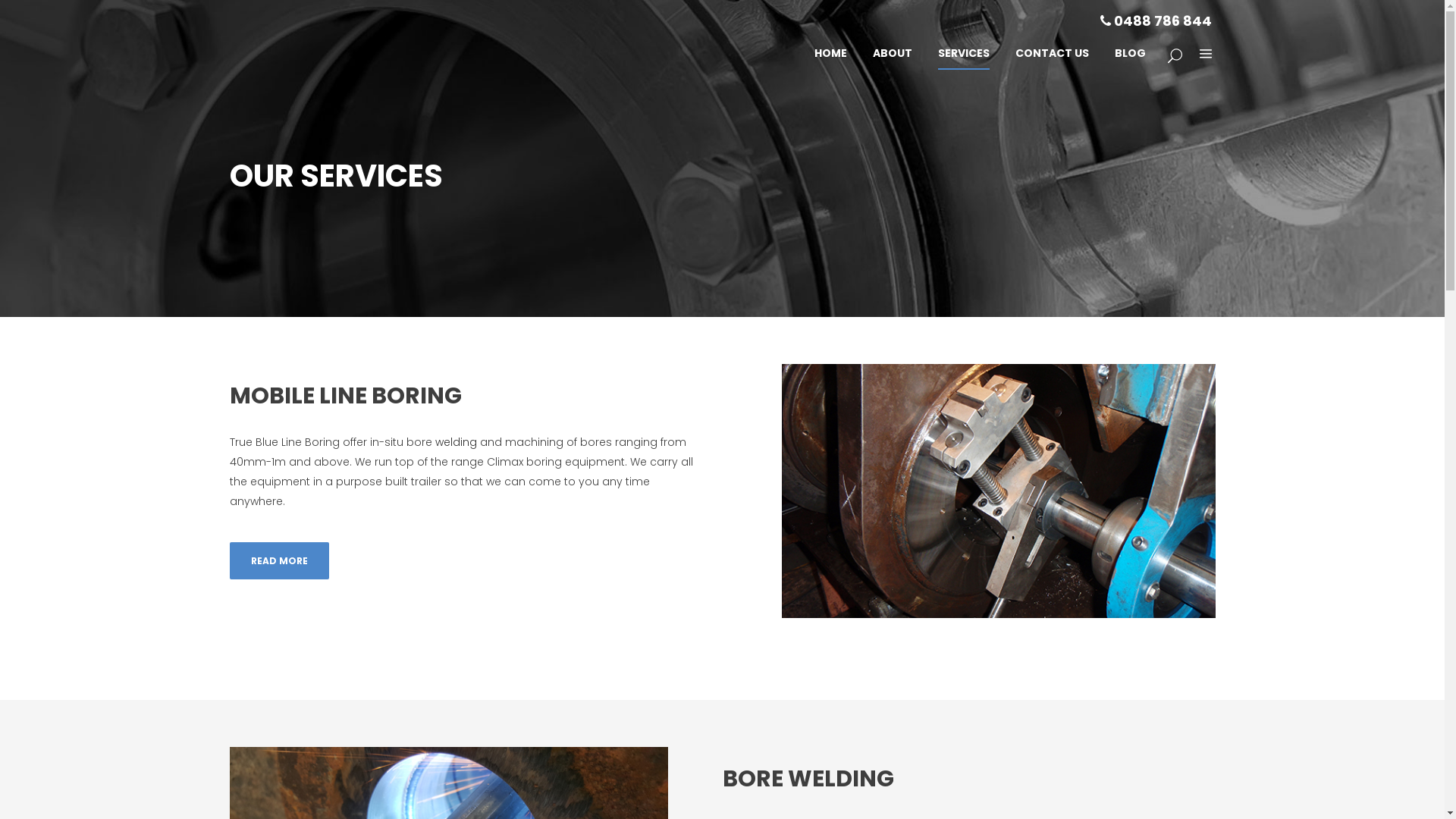 This screenshot has width=1456, height=819. I want to click on '0488 786 844', so click(1154, 20).